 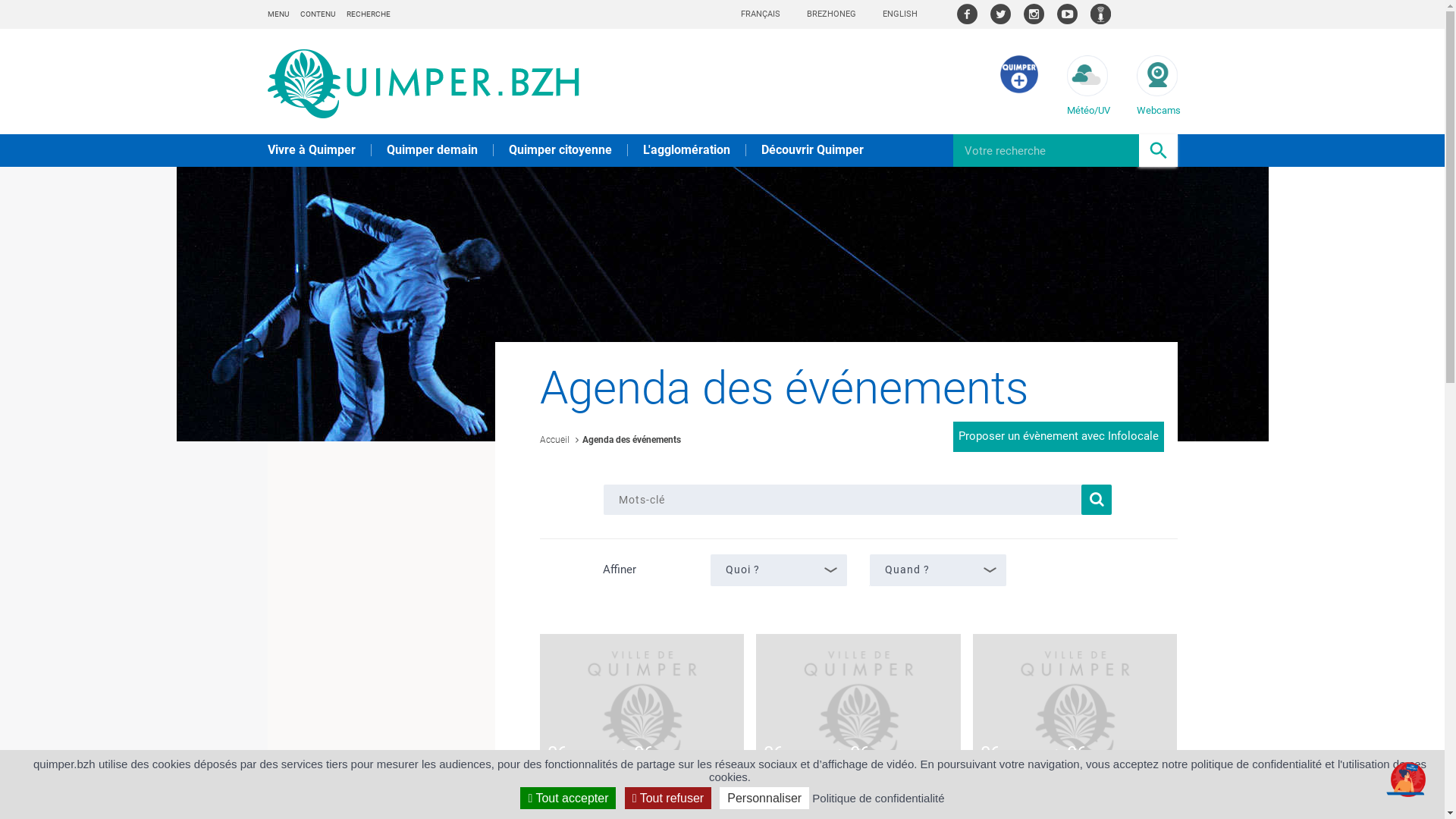 What do you see at coordinates (806, 14) in the screenshot?
I see `'BREZHONEG'` at bounding box center [806, 14].